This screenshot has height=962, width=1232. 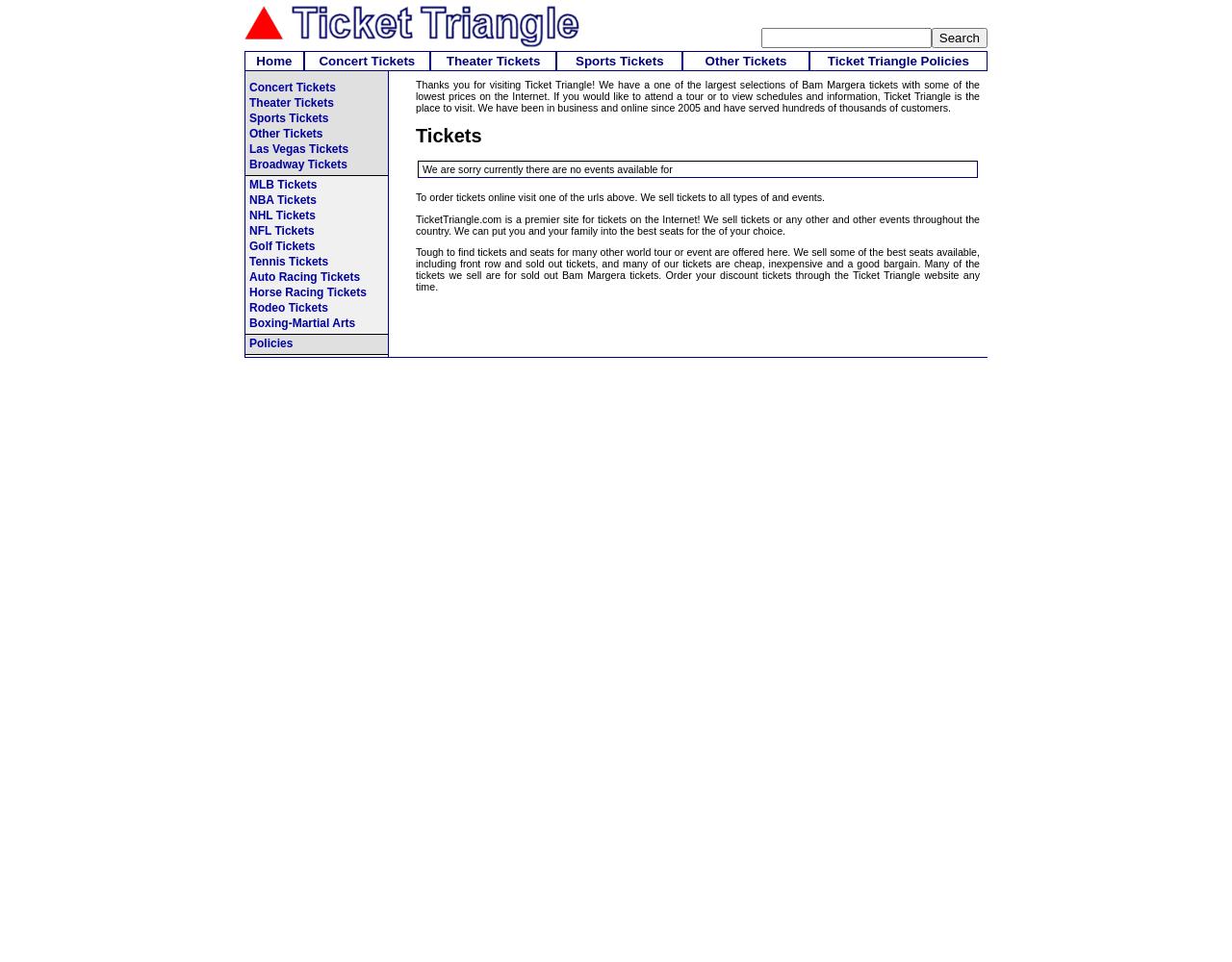 I want to click on 'Broadway Tickets', so click(x=296, y=165).